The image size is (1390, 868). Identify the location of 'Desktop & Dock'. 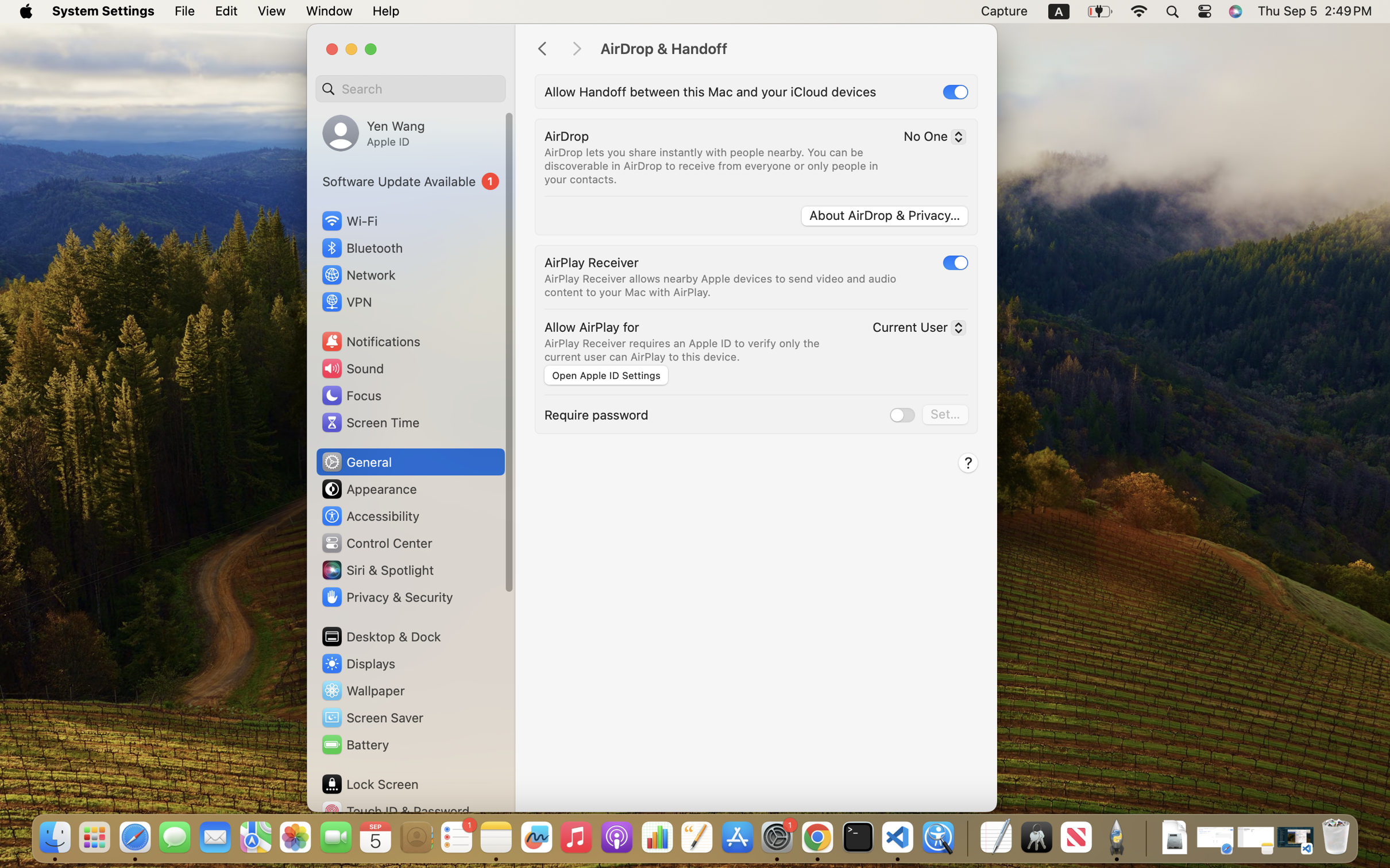
(380, 636).